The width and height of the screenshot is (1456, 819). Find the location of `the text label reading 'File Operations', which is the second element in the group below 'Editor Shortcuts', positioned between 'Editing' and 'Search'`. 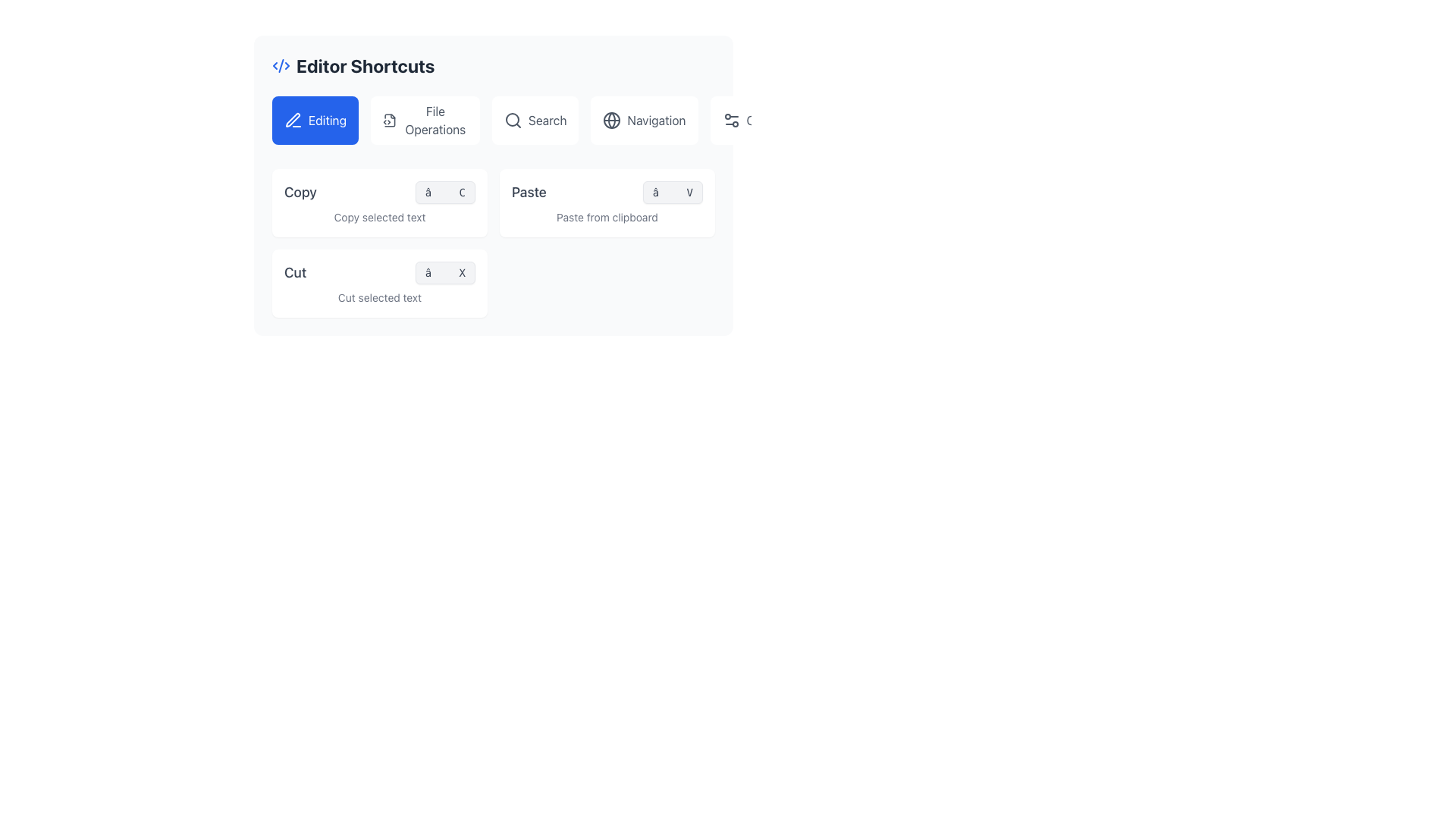

the text label reading 'File Operations', which is the second element in the group below 'Editor Shortcuts', positioned between 'Editing' and 'Search' is located at coordinates (435, 119).